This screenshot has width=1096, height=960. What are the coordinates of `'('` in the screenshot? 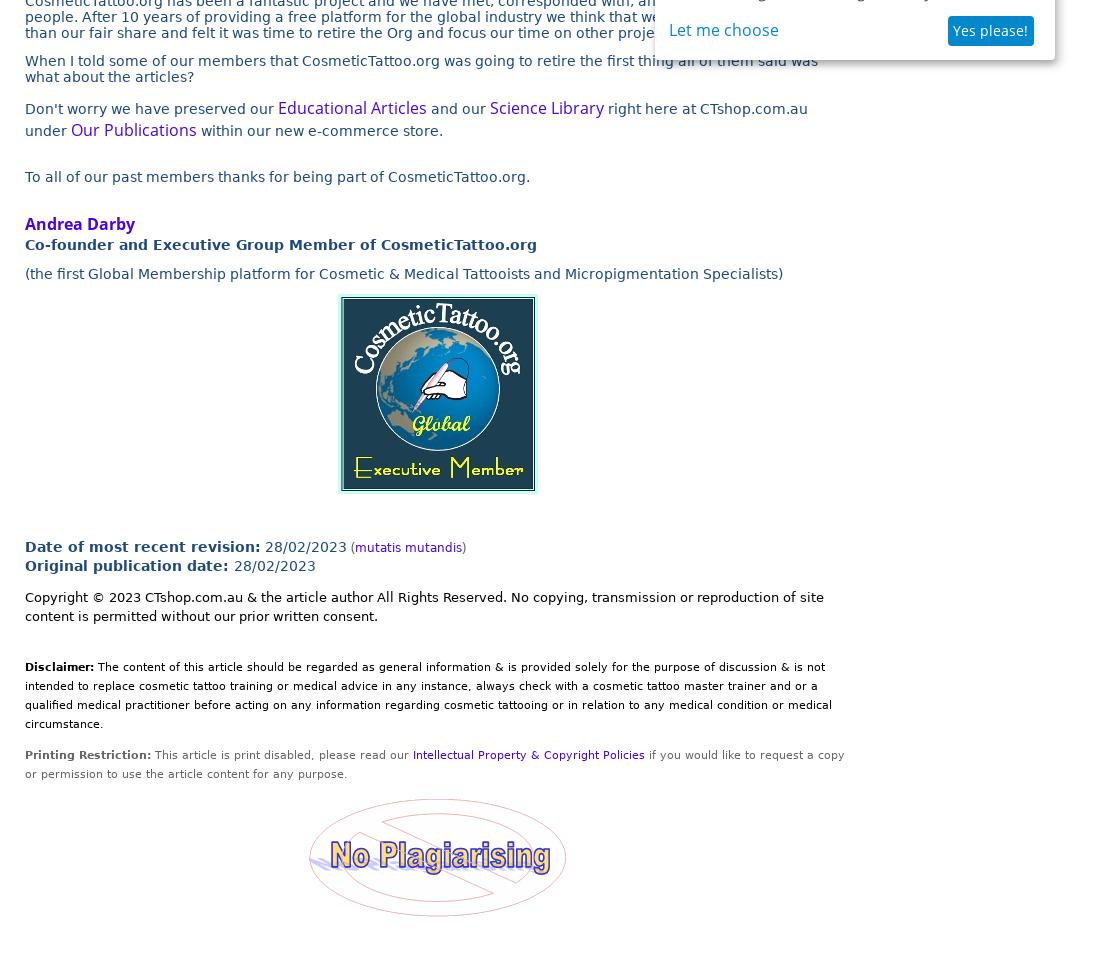 It's located at (350, 545).